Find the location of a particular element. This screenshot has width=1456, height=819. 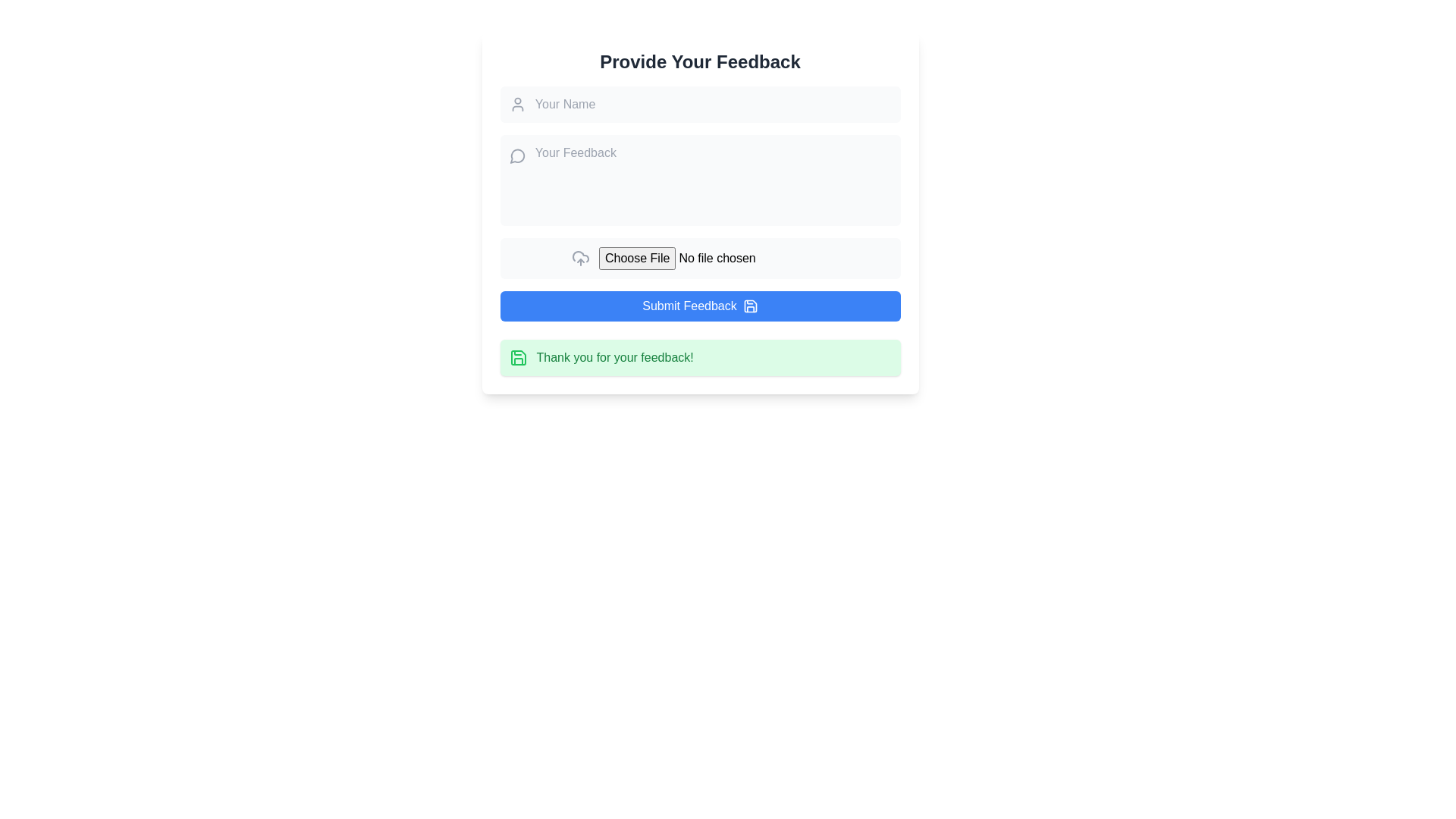

the Informational Banner located below the 'Submit Feedback' button in the 'Provide Your Feedback' section is located at coordinates (699, 357).